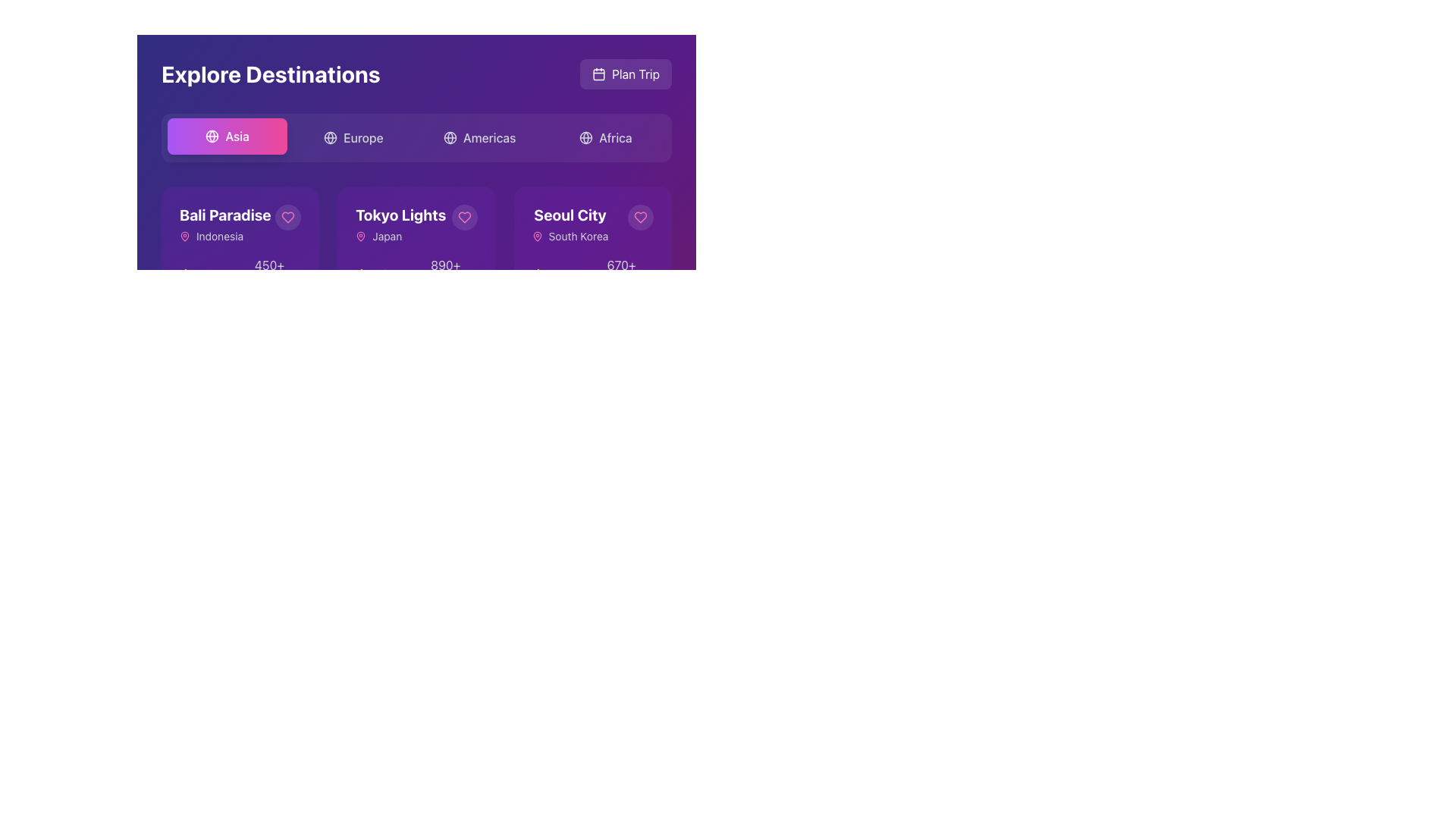 The height and width of the screenshot is (819, 1456). I want to click on the heart icon styled as an outline with a pink stroke, located within a circular button at the top-center of the 'Bali Paradise' card, so click(288, 217).